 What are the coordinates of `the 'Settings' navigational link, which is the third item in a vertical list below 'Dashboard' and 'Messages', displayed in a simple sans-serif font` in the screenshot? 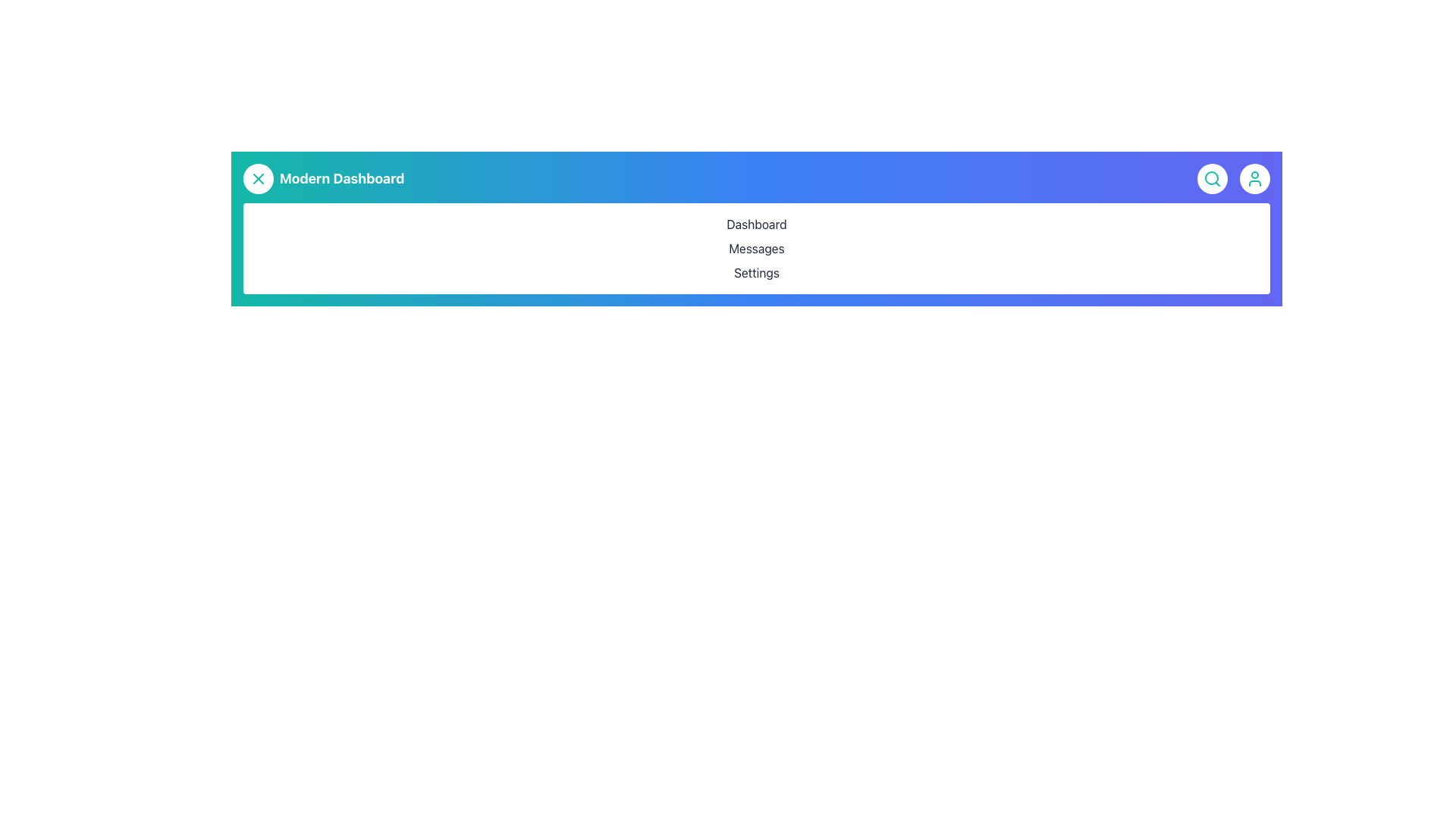 It's located at (757, 271).